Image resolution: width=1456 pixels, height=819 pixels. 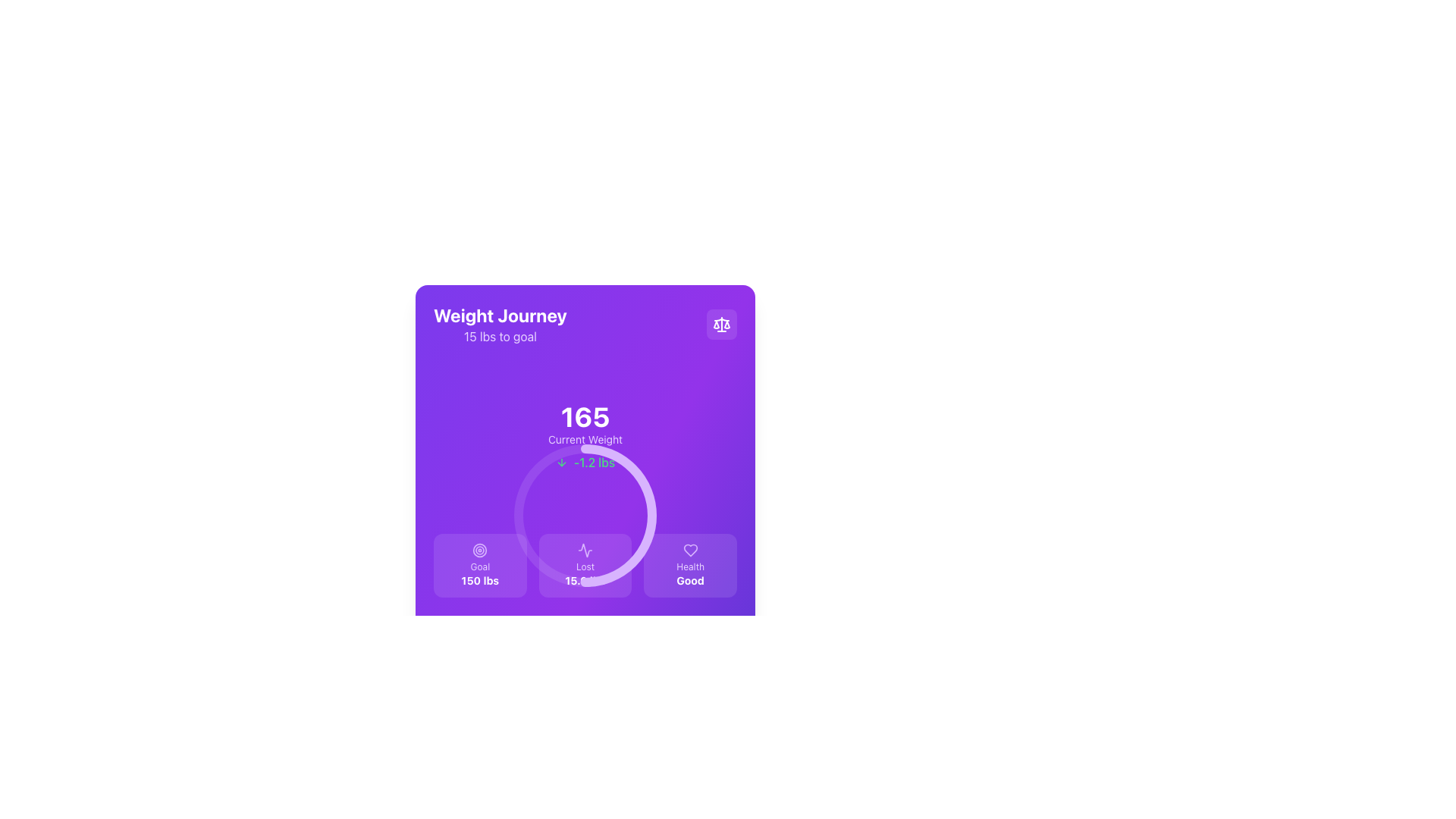 What do you see at coordinates (479, 550) in the screenshot?
I see `the middle circle of the three-concentric-circle graphic, which serves as a target icon representing focus or precision in the purple-themed interface` at bounding box center [479, 550].